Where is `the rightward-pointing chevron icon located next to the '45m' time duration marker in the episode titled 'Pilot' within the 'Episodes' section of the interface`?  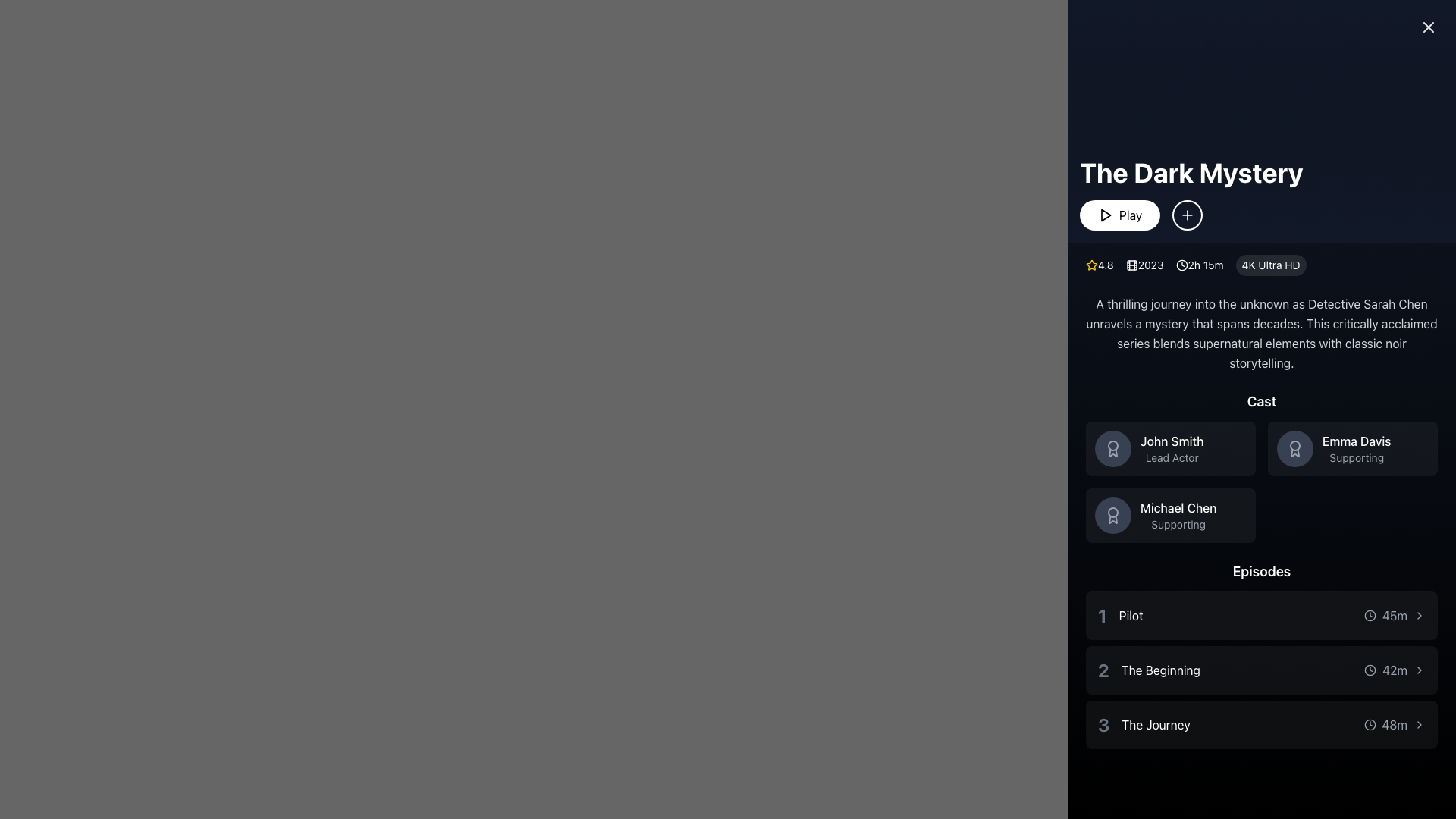
the rightward-pointing chevron icon located next to the '45m' time duration marker in the episode titled 'Pilot' within the 'Episodes' section of the interface is located at coordinates (1419, 616).